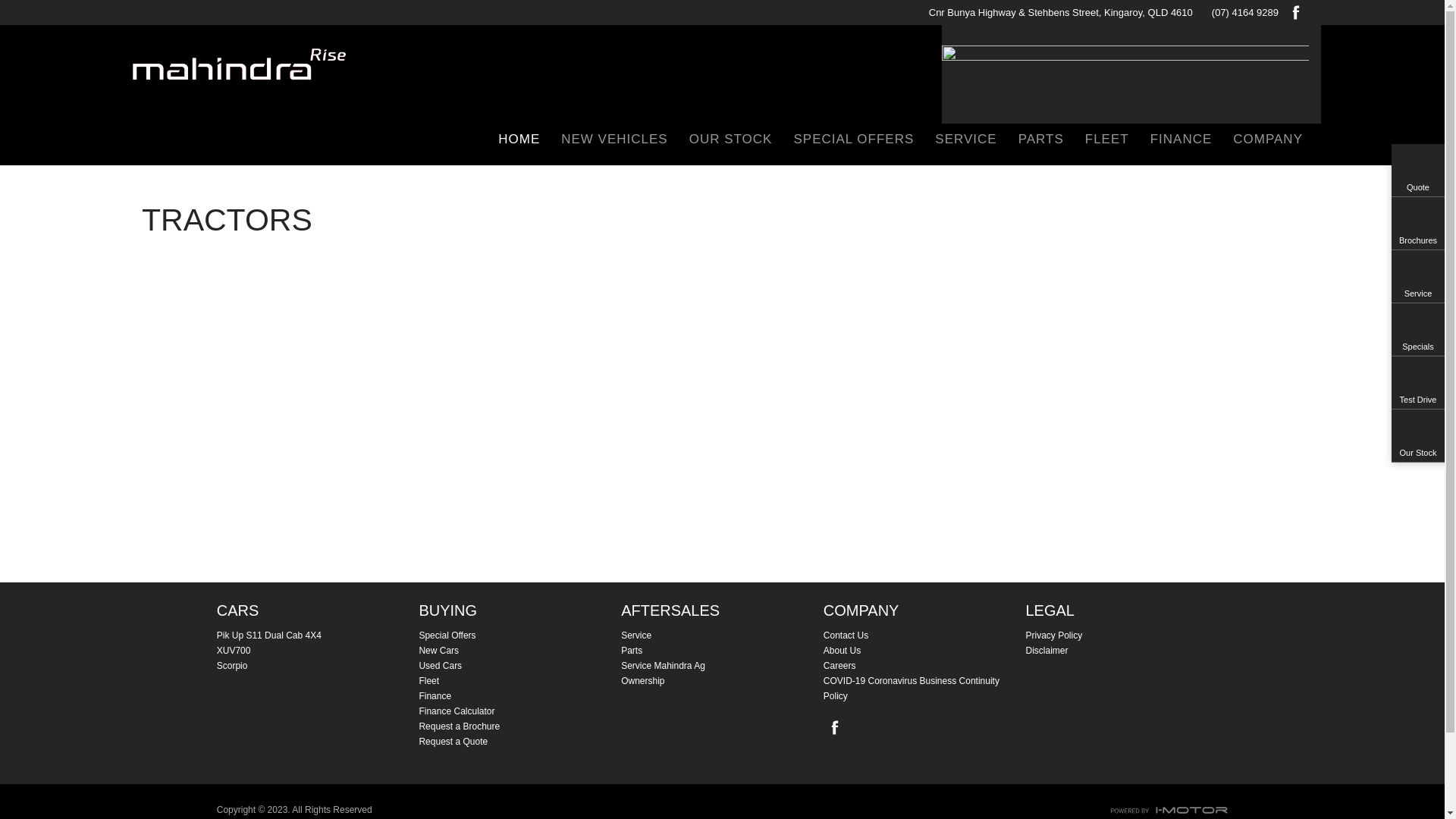 The height and width of the screenshot is (819, 1456). I want to click on 'Request a Brochure', so click(419, 725).